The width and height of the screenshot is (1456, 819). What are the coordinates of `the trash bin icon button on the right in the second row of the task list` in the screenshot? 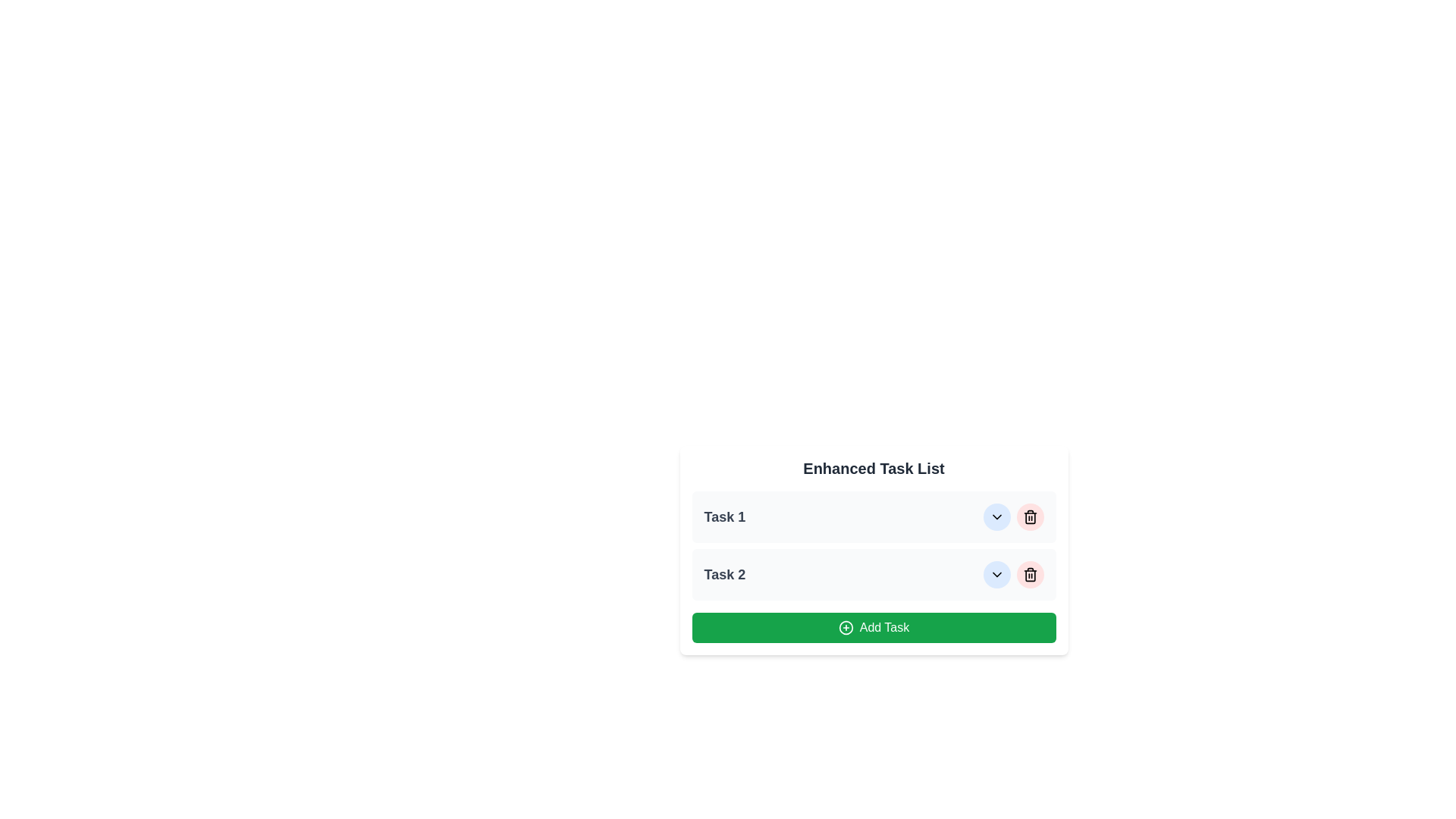 It's located at (1030, 575).